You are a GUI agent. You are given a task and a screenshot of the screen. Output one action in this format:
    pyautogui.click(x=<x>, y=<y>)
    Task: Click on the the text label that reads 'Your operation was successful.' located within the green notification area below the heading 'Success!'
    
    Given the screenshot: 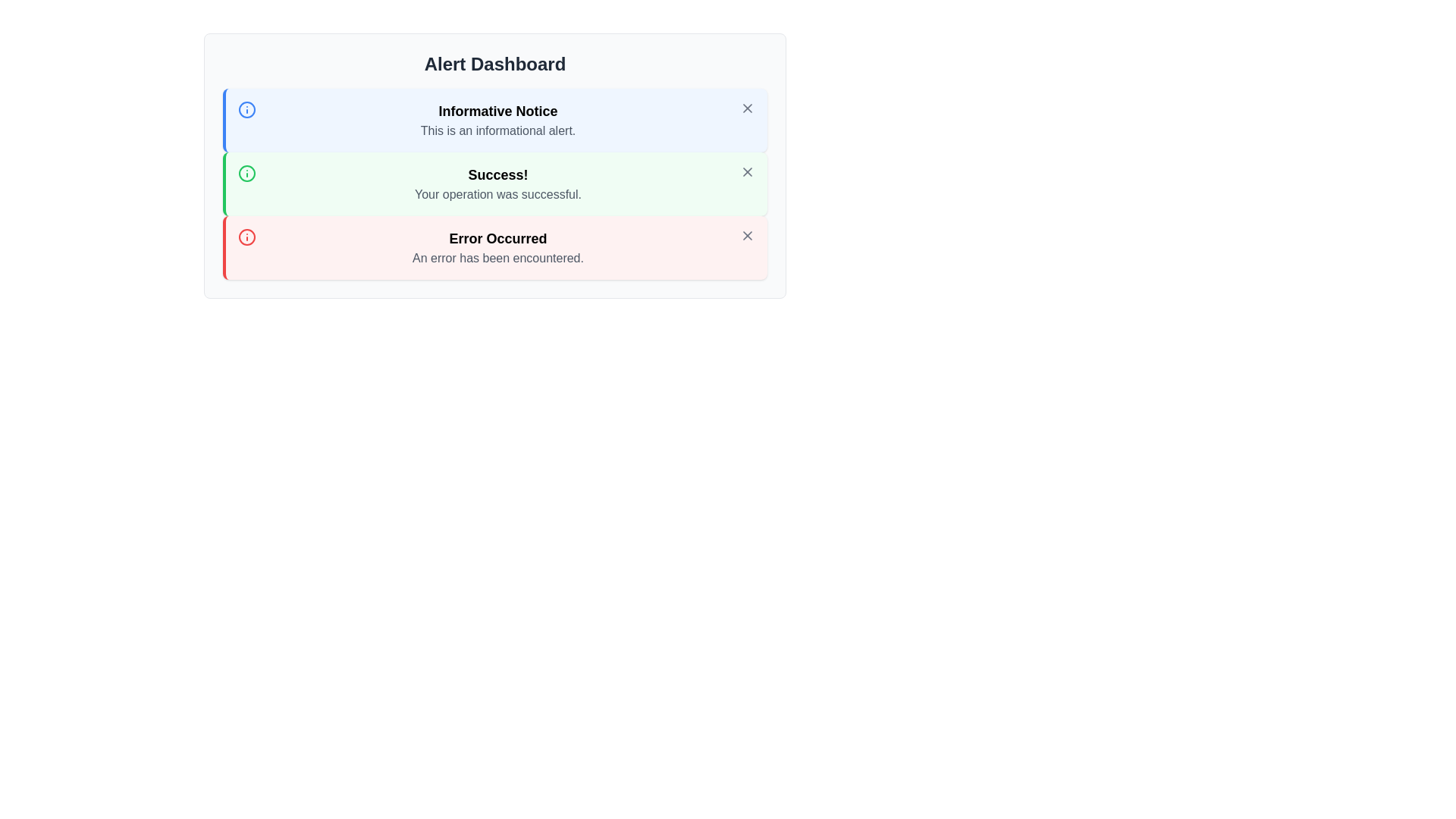 What is the action you would take?
    pyautogui.click(x=498, y=194)
    